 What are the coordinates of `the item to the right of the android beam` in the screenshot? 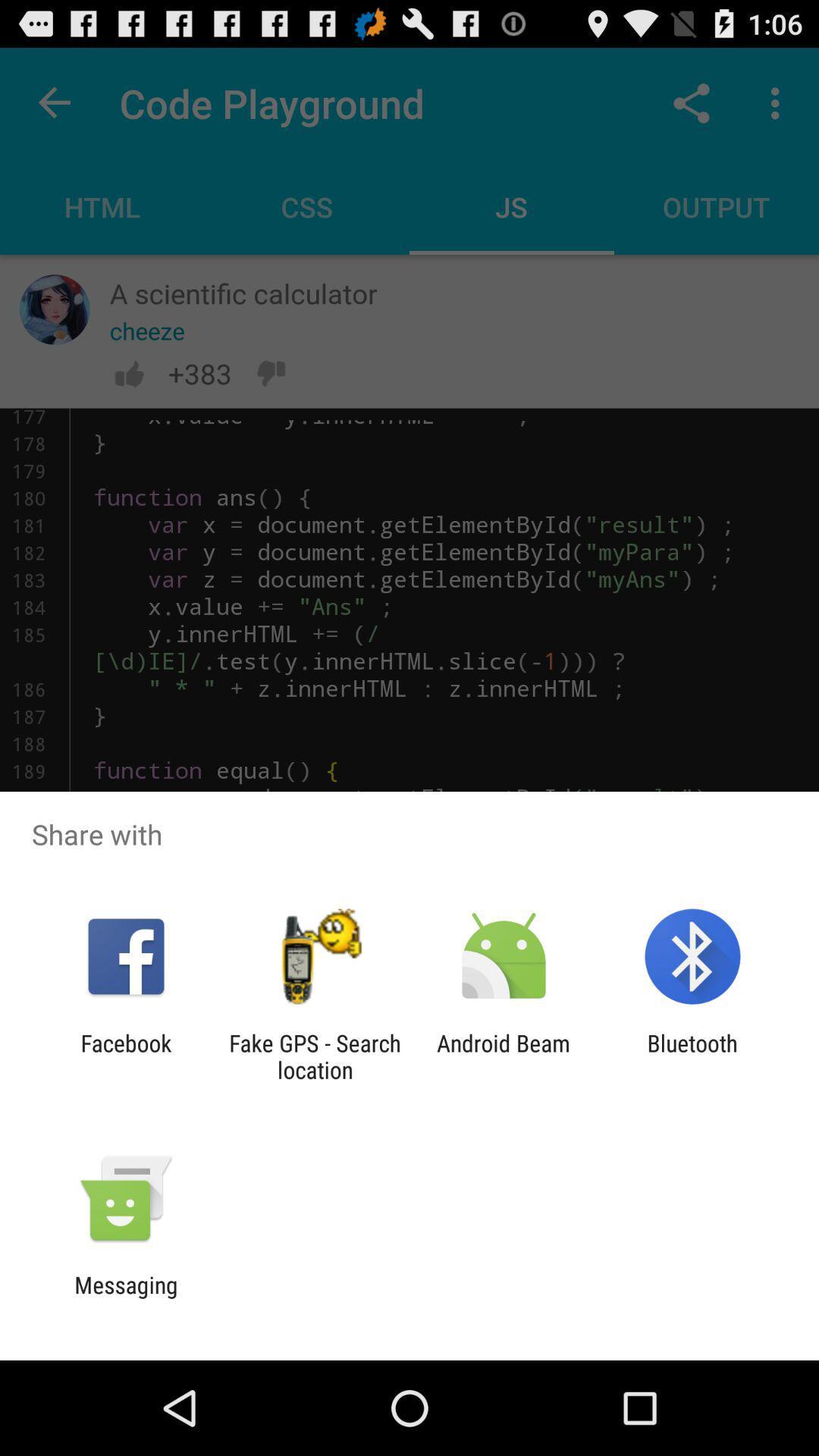 It's located at (692, 1056).